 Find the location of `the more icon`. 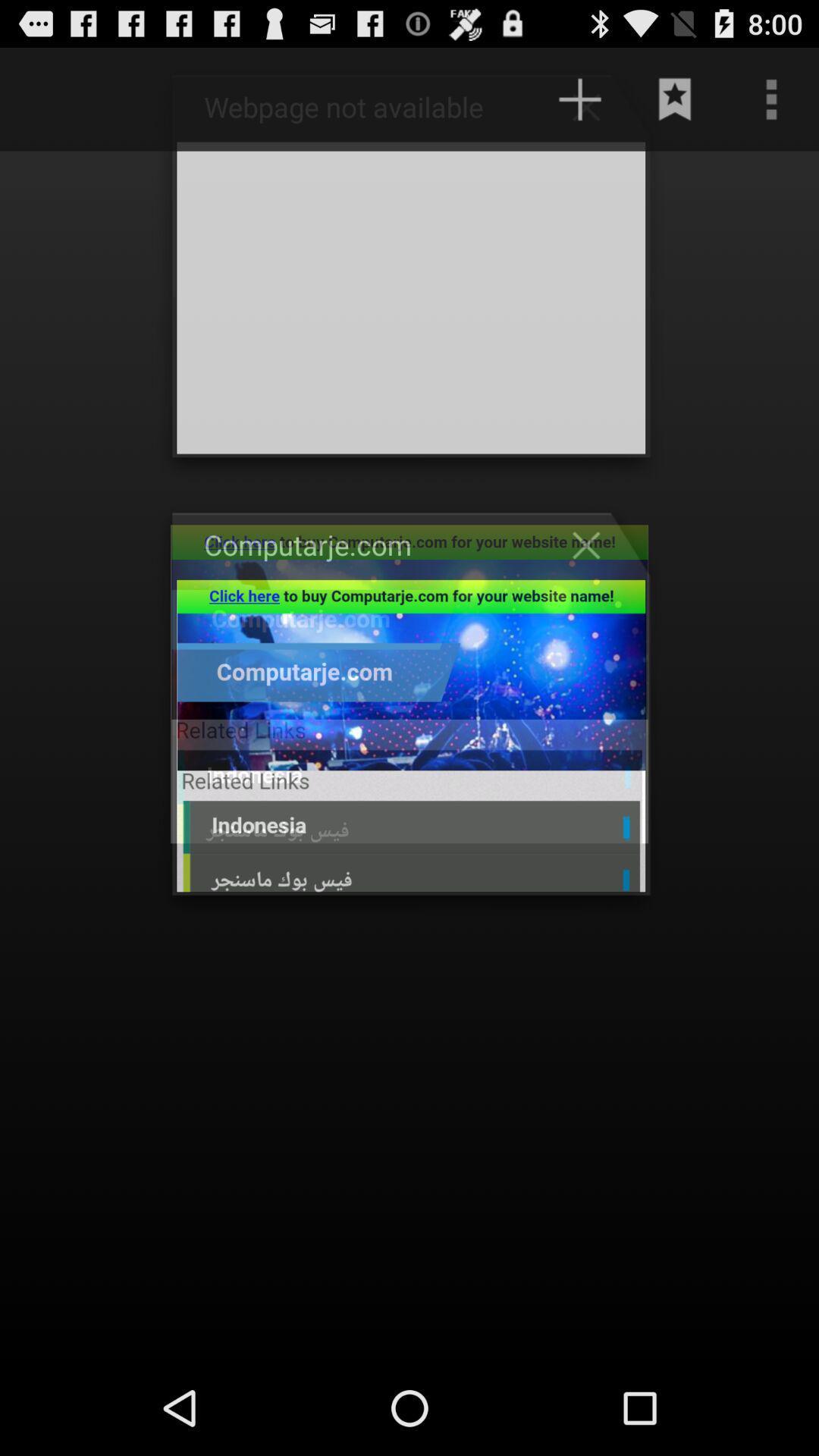

the more icon is located at coordinates (771, 105).